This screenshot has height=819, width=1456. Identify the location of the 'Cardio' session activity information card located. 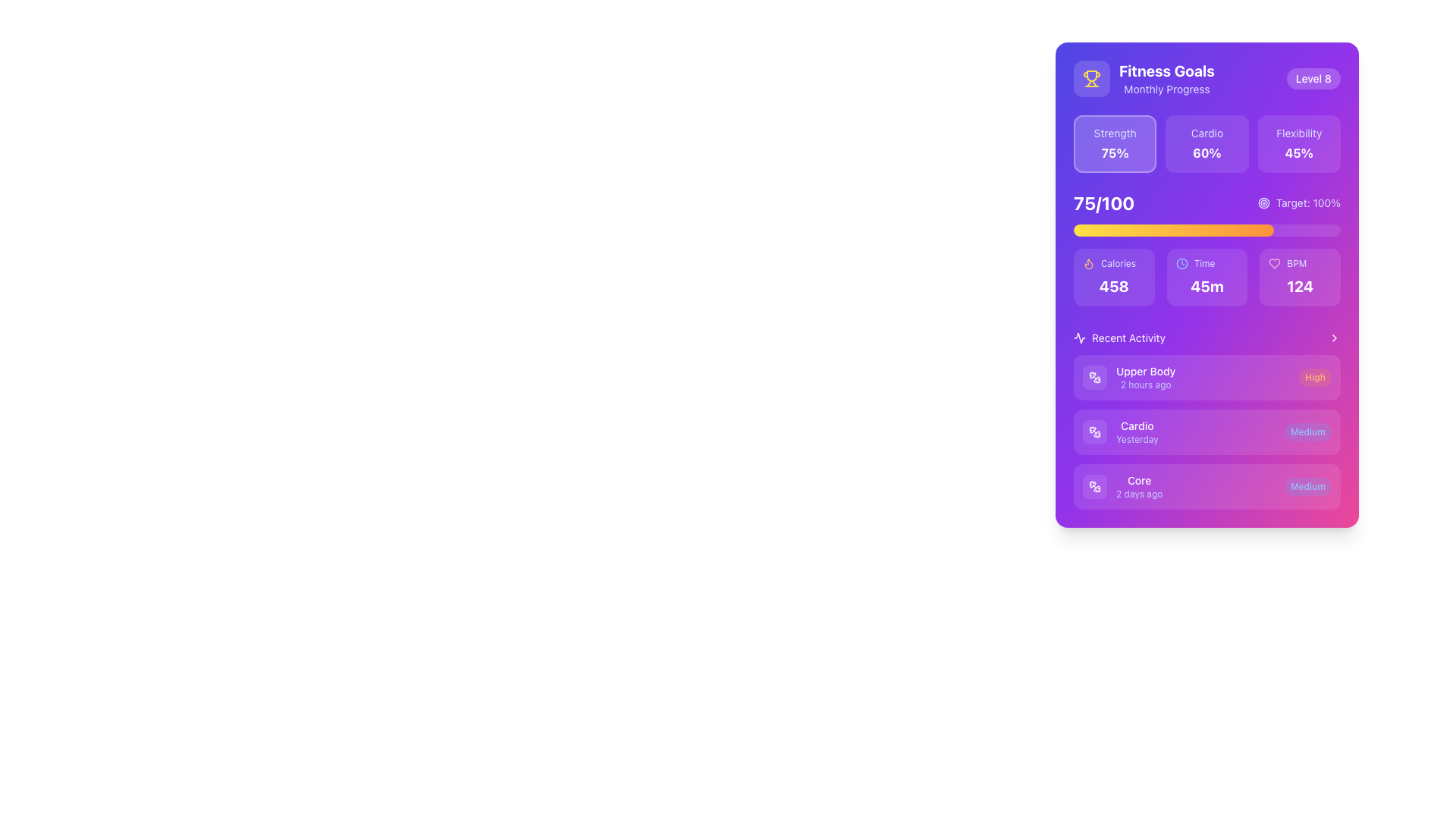
(1137, 432).